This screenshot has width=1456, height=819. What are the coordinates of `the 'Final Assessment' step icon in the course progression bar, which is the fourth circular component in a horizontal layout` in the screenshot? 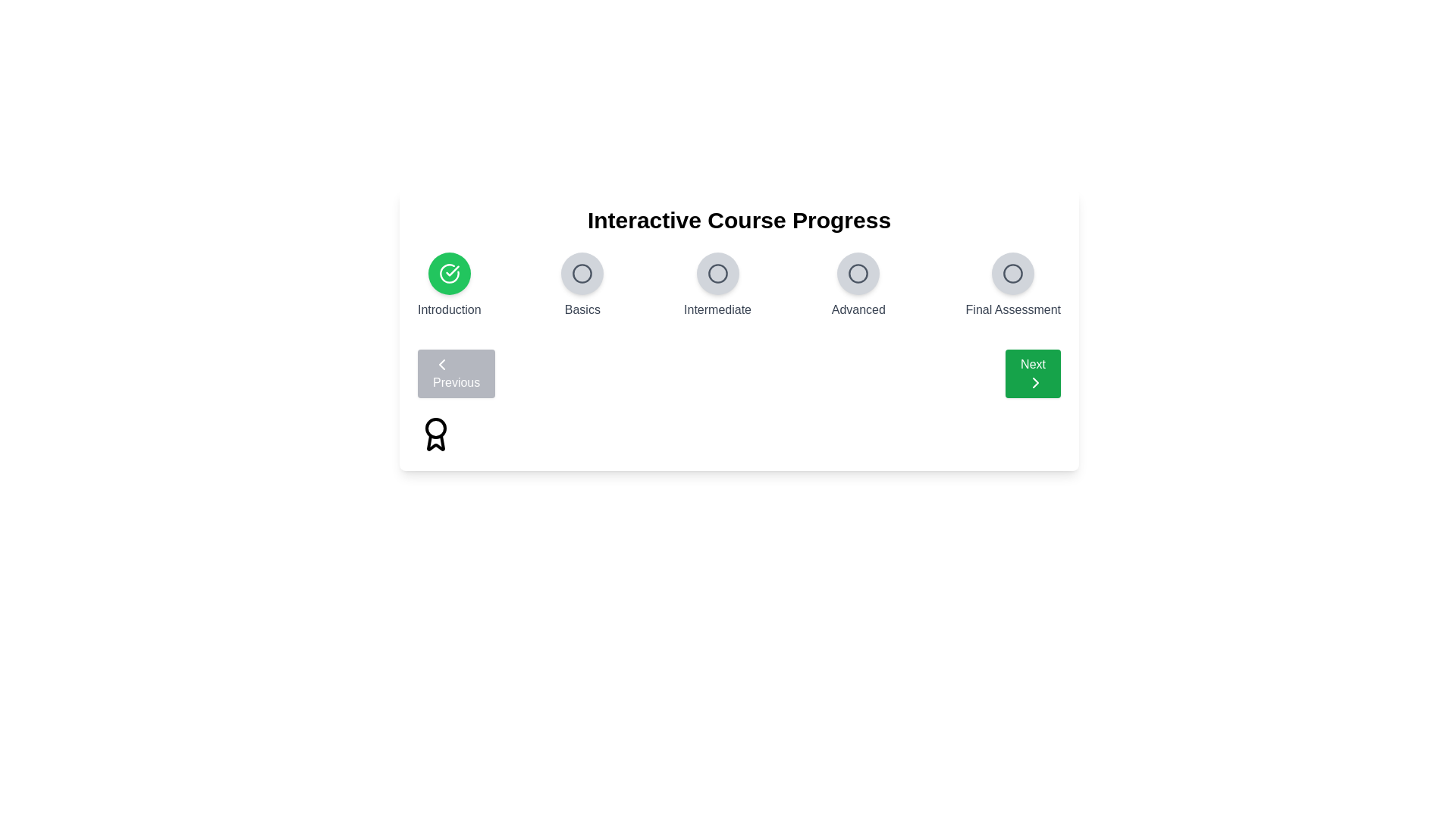 It's located at (1013, 274).